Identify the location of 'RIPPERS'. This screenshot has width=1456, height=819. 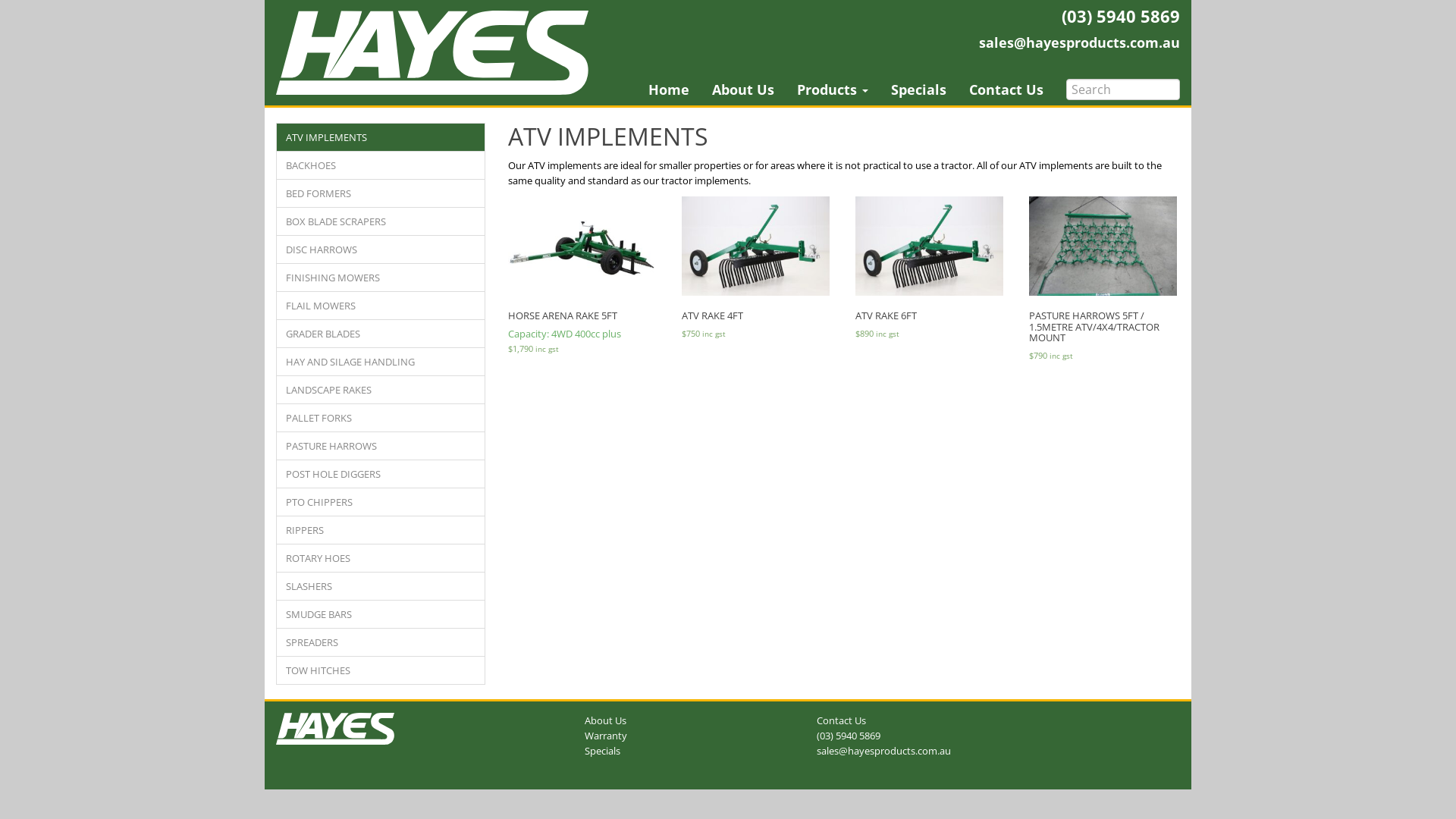
(381, 529).